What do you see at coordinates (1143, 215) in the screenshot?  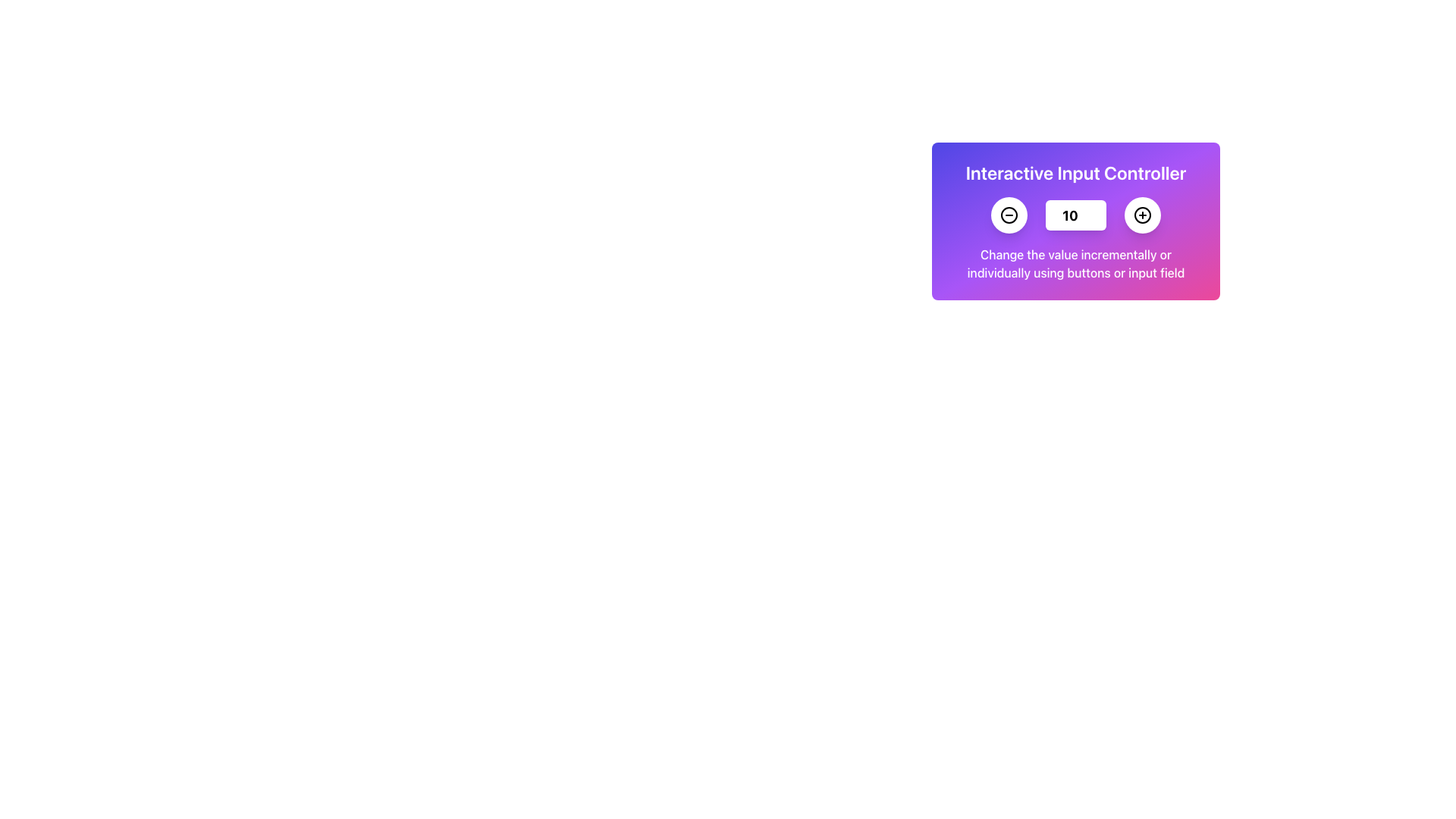 I see `the non-interactive decorative SVG circle that is part of the increment button icon, located to the right of the number field` at bounding box center [1143, 215].